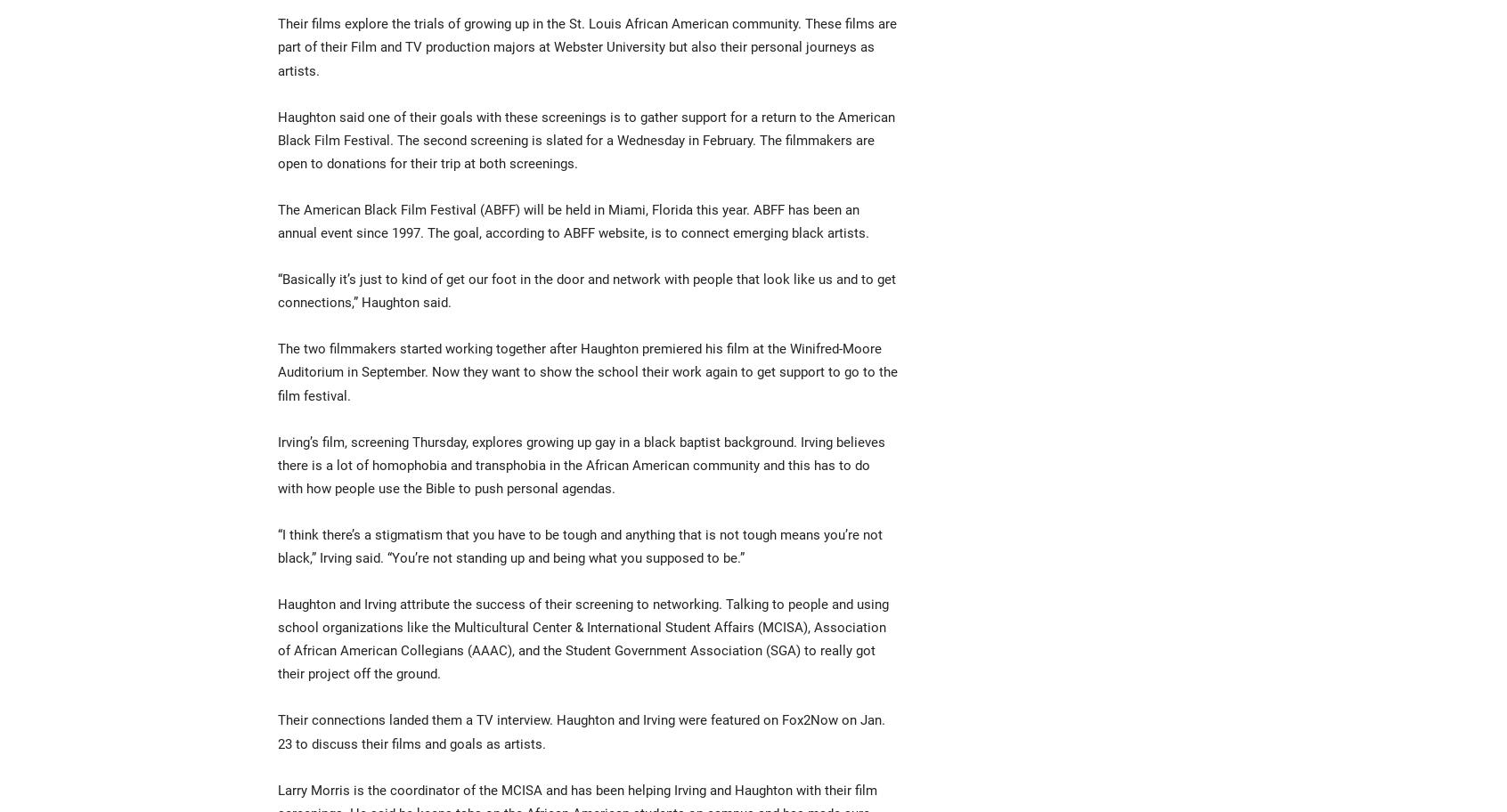 The image size is (1507, 812). Describe the element at coordinates (573, 221) in the screenshot. I see `'The American Black Film Festival (ABFF) will be held in Miami, Florida this year. ABFF has been an annual event since 1997. The goal, according to ABFF website, is to connect emerging black artists.'` at that location.